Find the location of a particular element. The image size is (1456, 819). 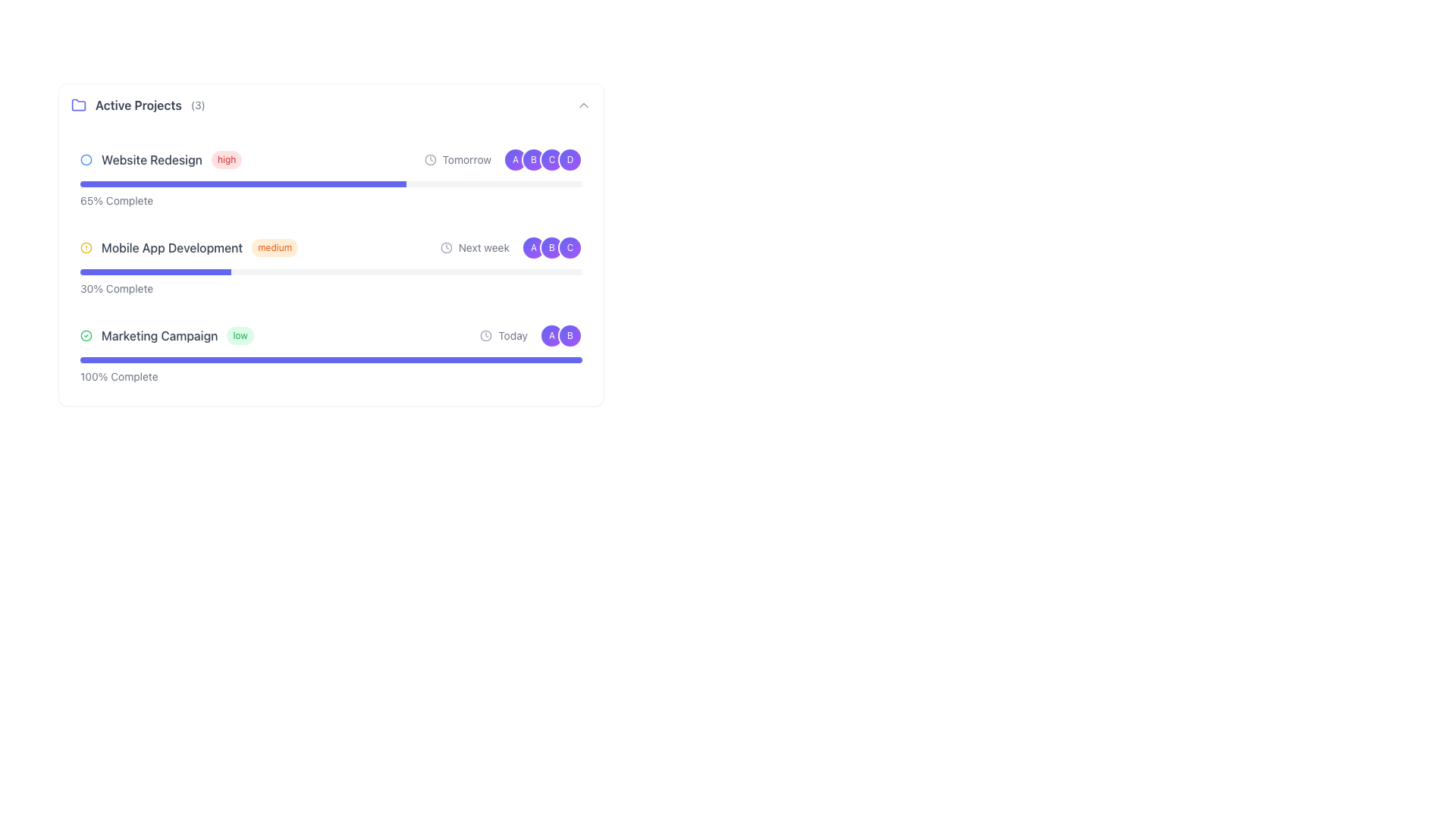

the group of avatar icons representing participants 'A' and 'B' in the 'Marketing Campaign' project is located at coordinates (560, 335).